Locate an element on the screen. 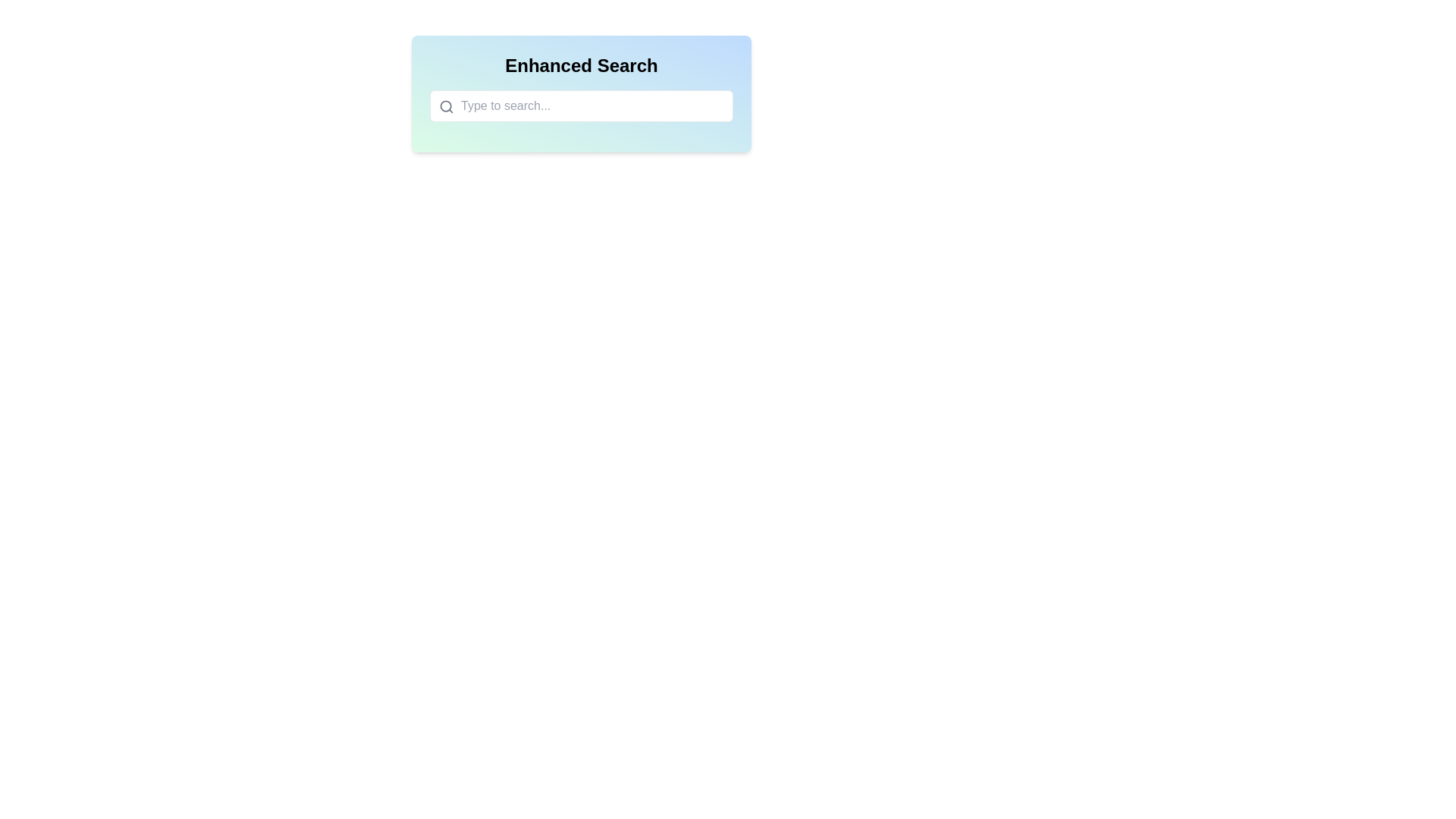  the decorative SVG circle element in the search bar, which visually represents the search functionality, located towards the left end of the text input field is located at coordinates (445, 105).